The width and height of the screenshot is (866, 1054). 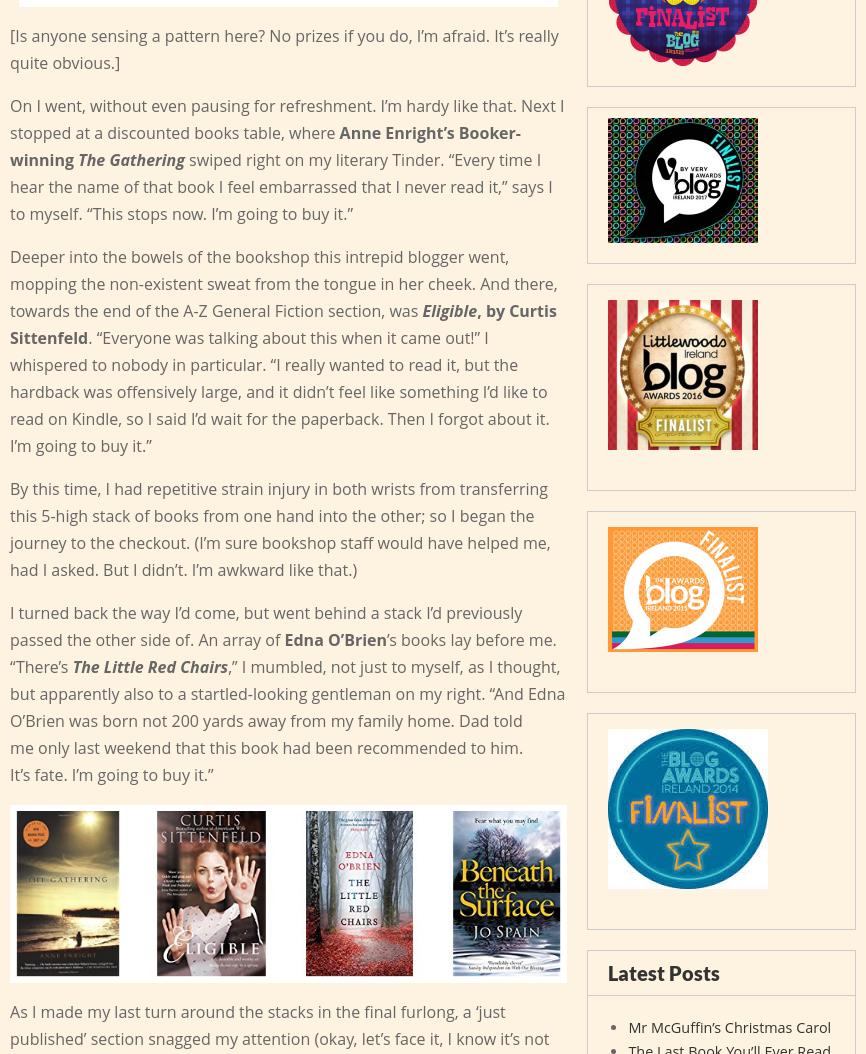 What do you see at coordinates (9, 323) in the screenshot?
I see `', by Curtis Sittenfeld'` at bounding box center [9, 323].